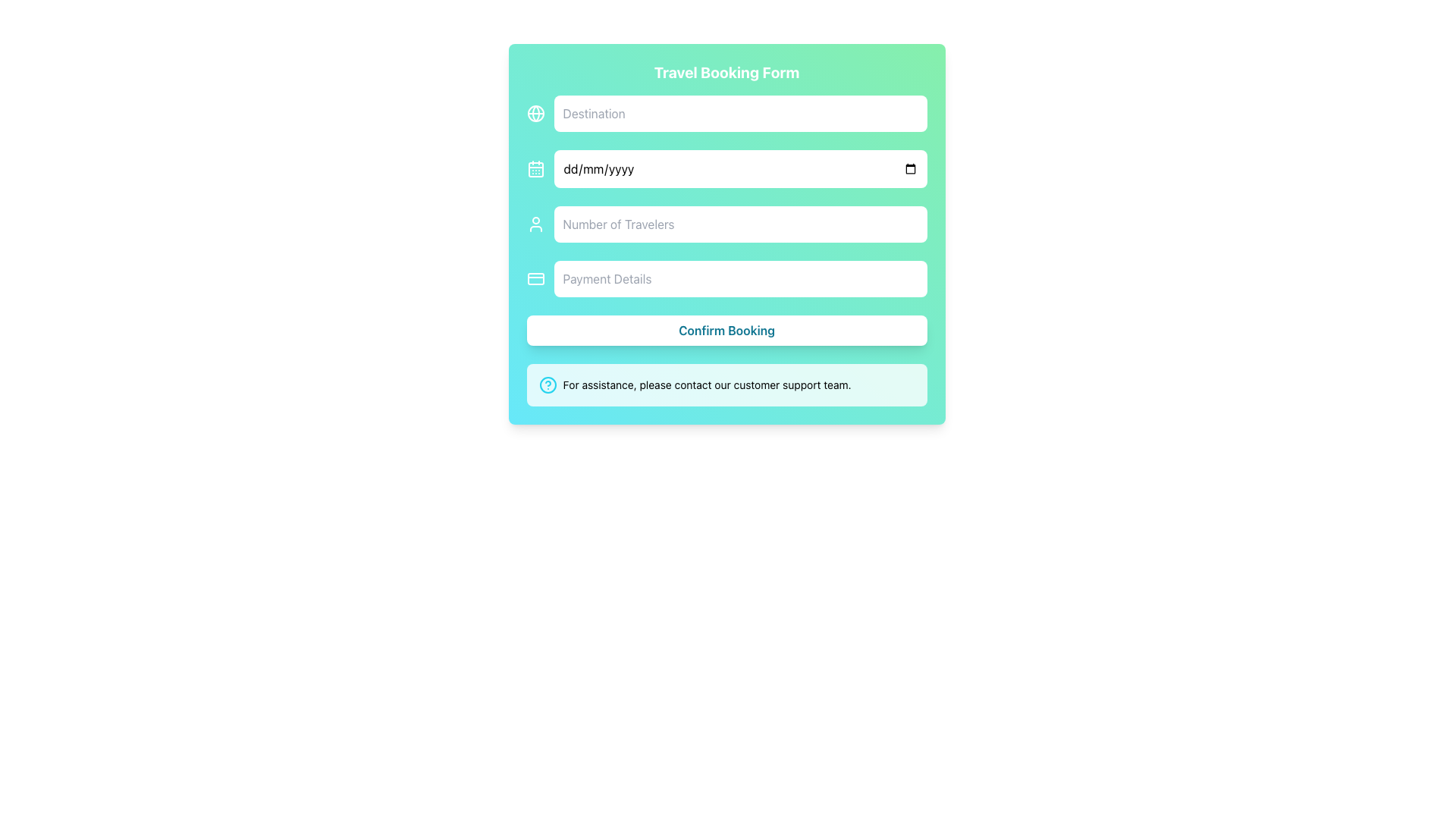 The image size is (1456, 819). What do you see at coordinates (726, 220) in the screenshot?
I see `the third input field in the 'Travel Booking Form' that allows the user to input the number of travelers in numeric format` at bounding box center [726, 220].